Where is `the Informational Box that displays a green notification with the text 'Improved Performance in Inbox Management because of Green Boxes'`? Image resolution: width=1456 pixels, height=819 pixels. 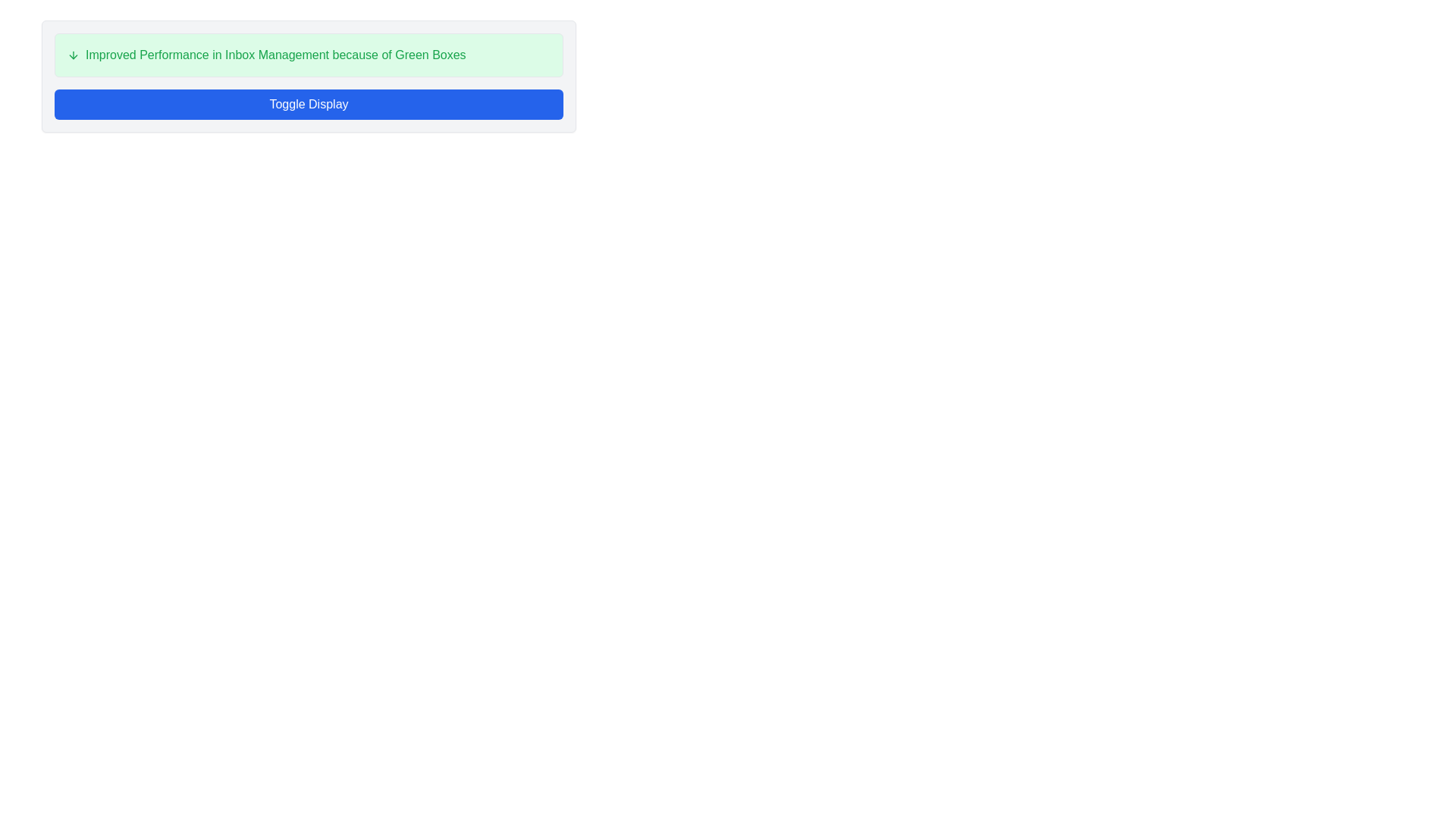
the Informational Box that displays a green notification with the text 'Improved Performance in Inbox Management because of Green Boxes' is located at coordinates (308, 55).